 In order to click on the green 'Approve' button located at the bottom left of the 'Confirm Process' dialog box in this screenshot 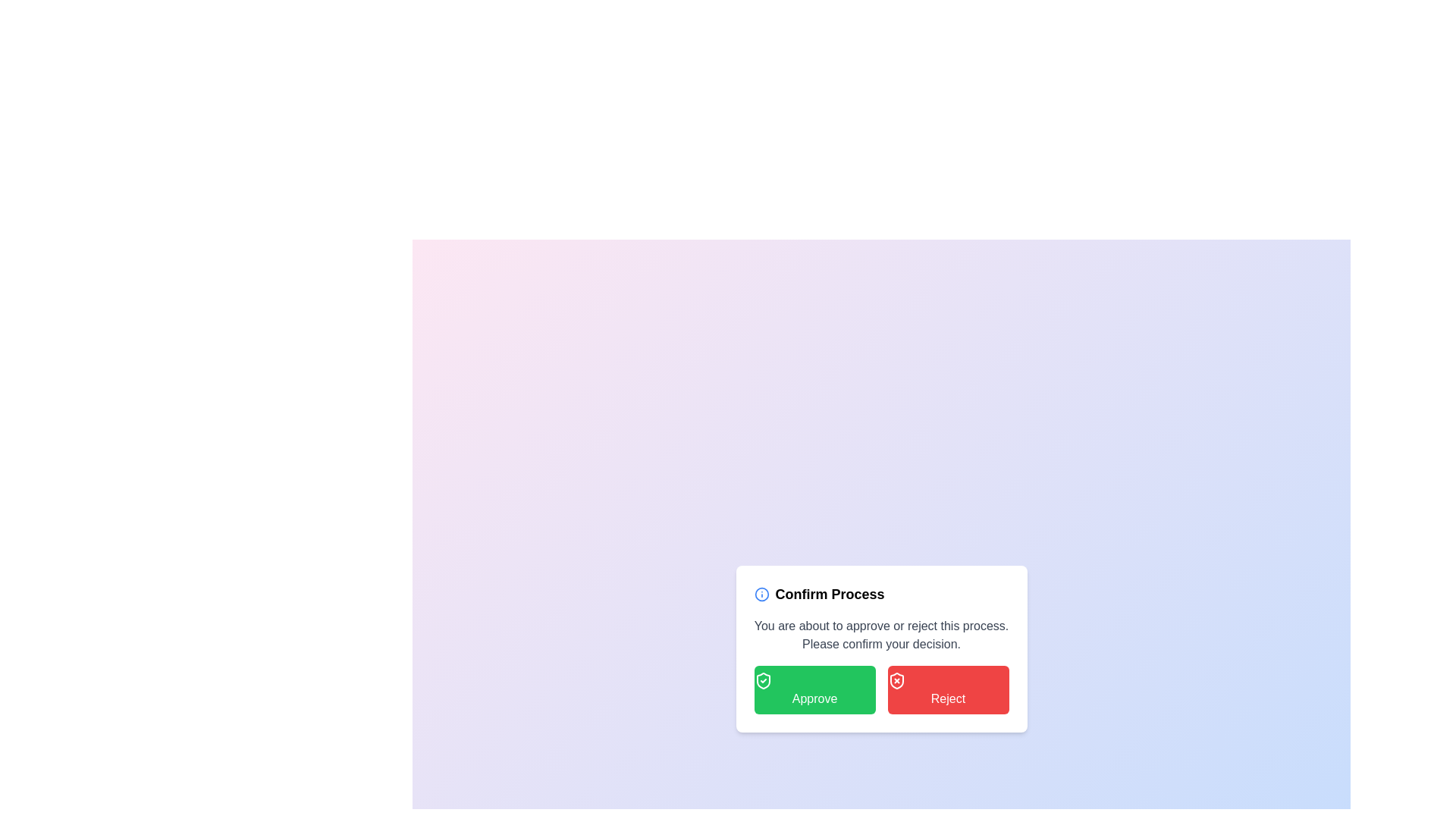, I will do `click(814, 690)`.